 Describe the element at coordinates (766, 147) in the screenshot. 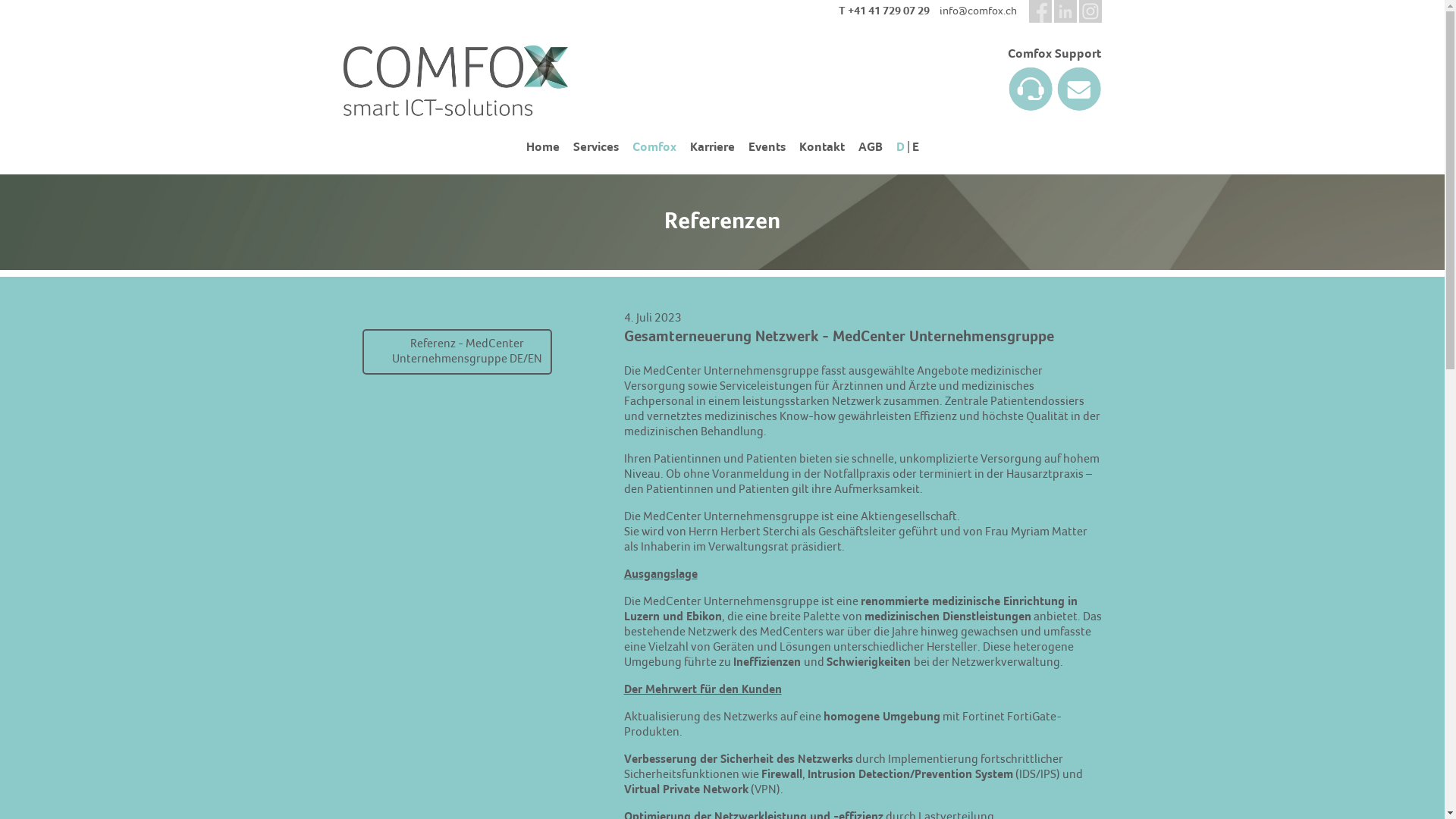

I see `'Events'` at that location.